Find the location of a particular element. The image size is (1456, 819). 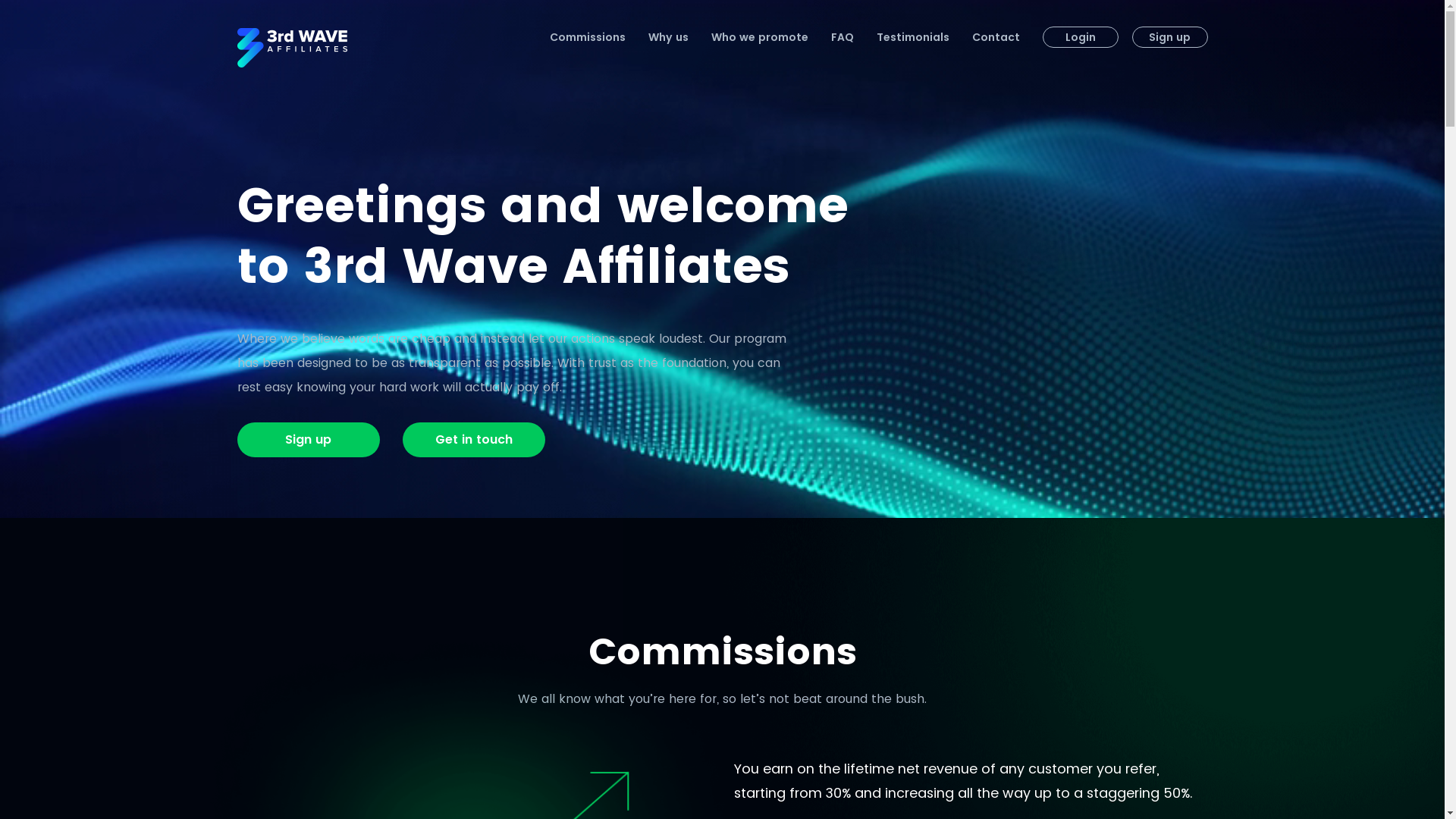

'Get in touch' is located at coordinates (472, 439).